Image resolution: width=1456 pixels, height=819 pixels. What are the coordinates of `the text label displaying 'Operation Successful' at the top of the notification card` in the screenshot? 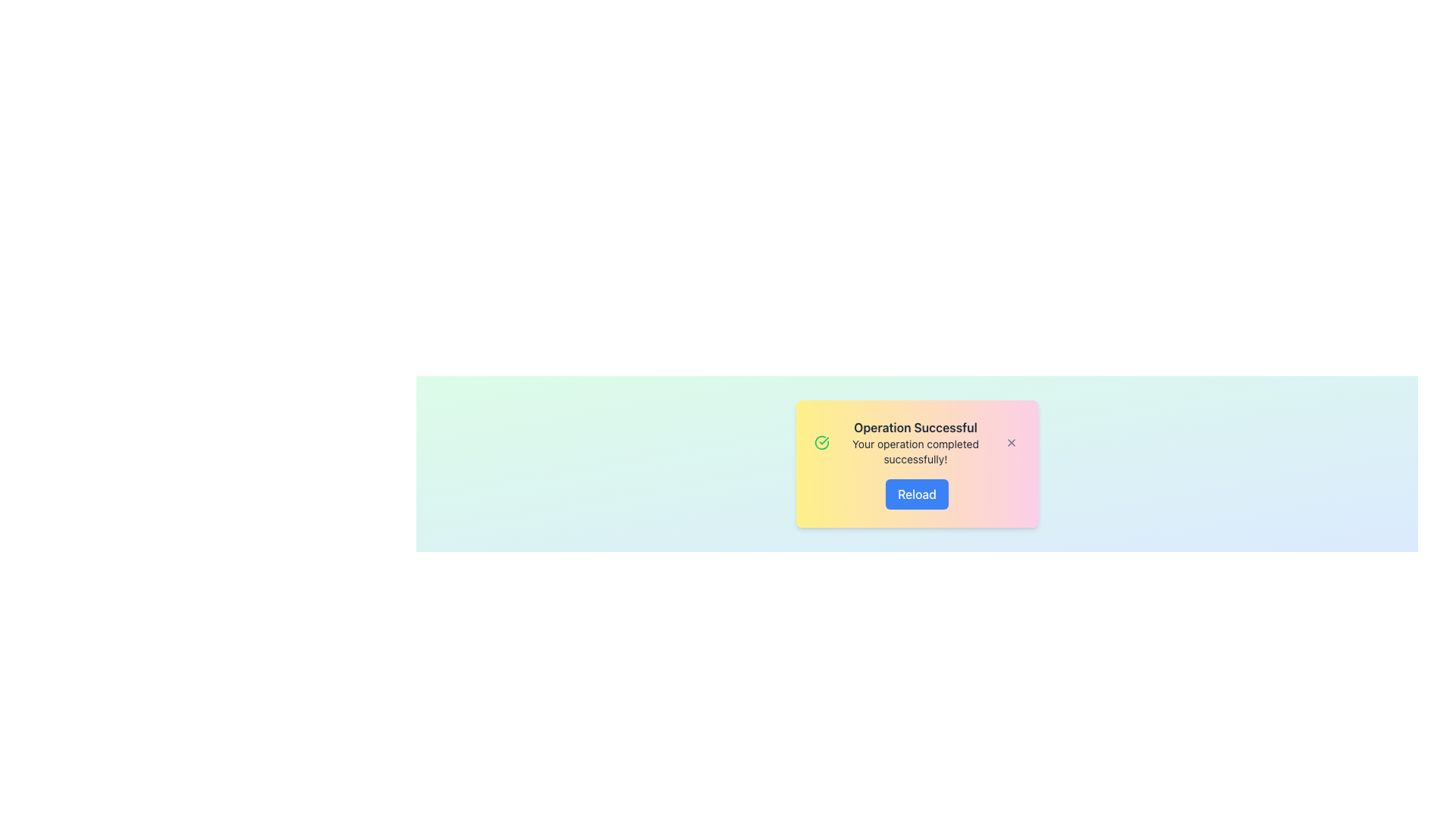 It's located at (915, 427).